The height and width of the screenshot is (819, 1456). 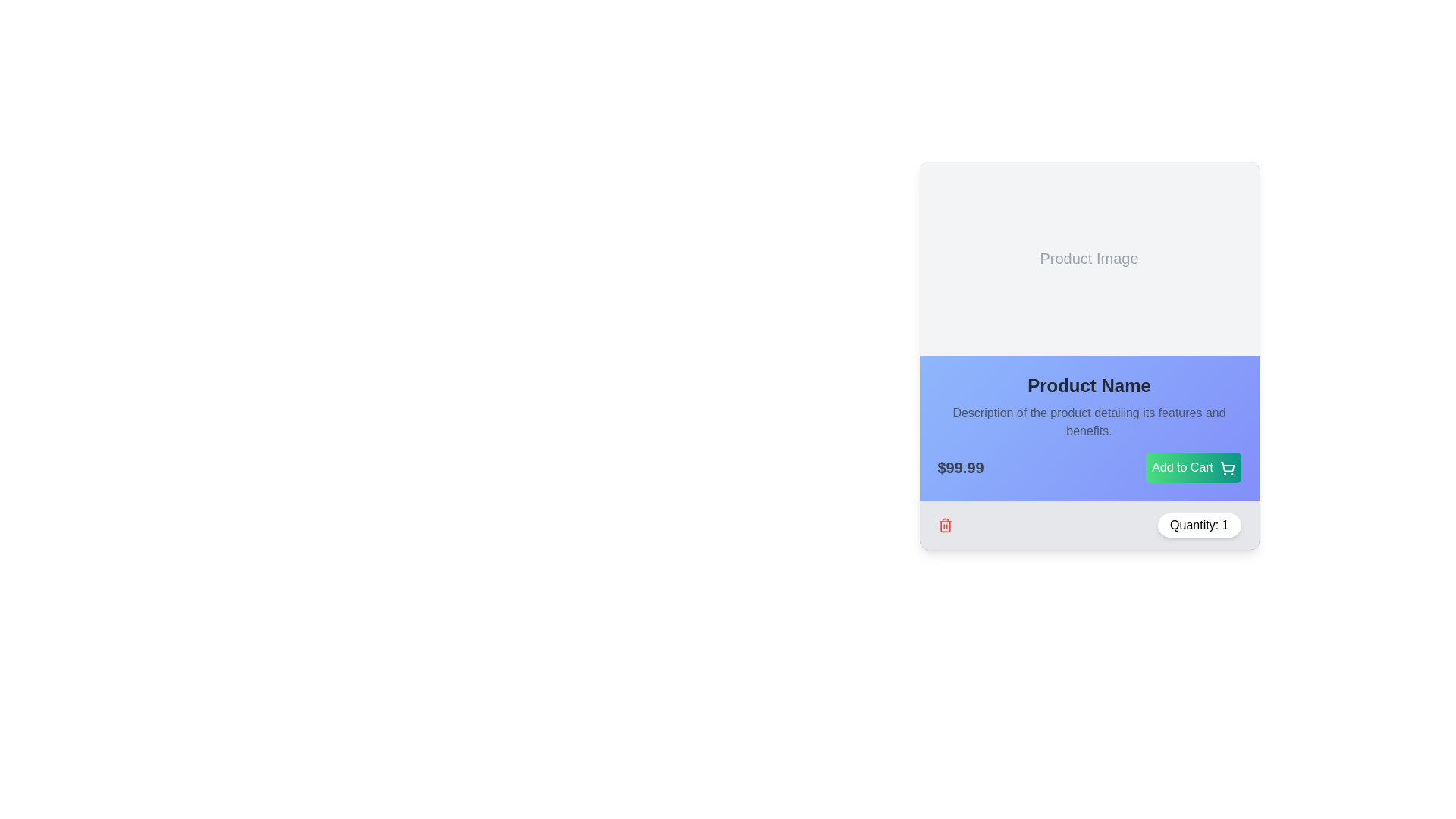 What do you see at coordinates (1198, 525) in the screenshot?
I see `quantity displayed on the pill-shaped label with the text 'Quantity: 1', located near the bottom right inside a gray section under the main product details` at bounding box center [1198, 525].